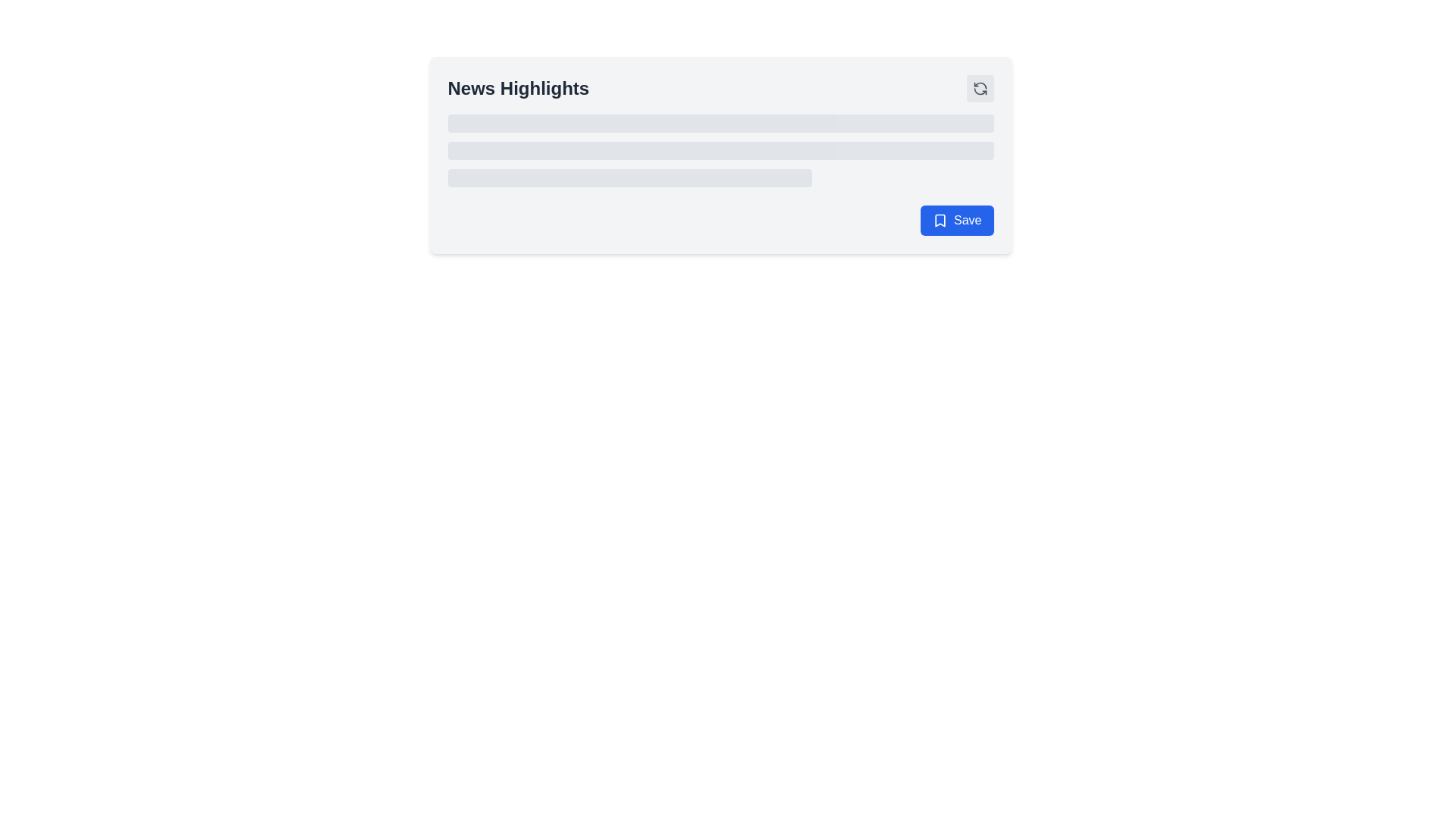 This screenshot has width=1456, height=819. What do you see at coordinates (720, 151) in the screenshot?
I see `the second decorative loading bar or placeholder within the 'News Highlights' card, which serves as a visual structure for indicating an ongoing loading process` at bounding box center [720, 151].